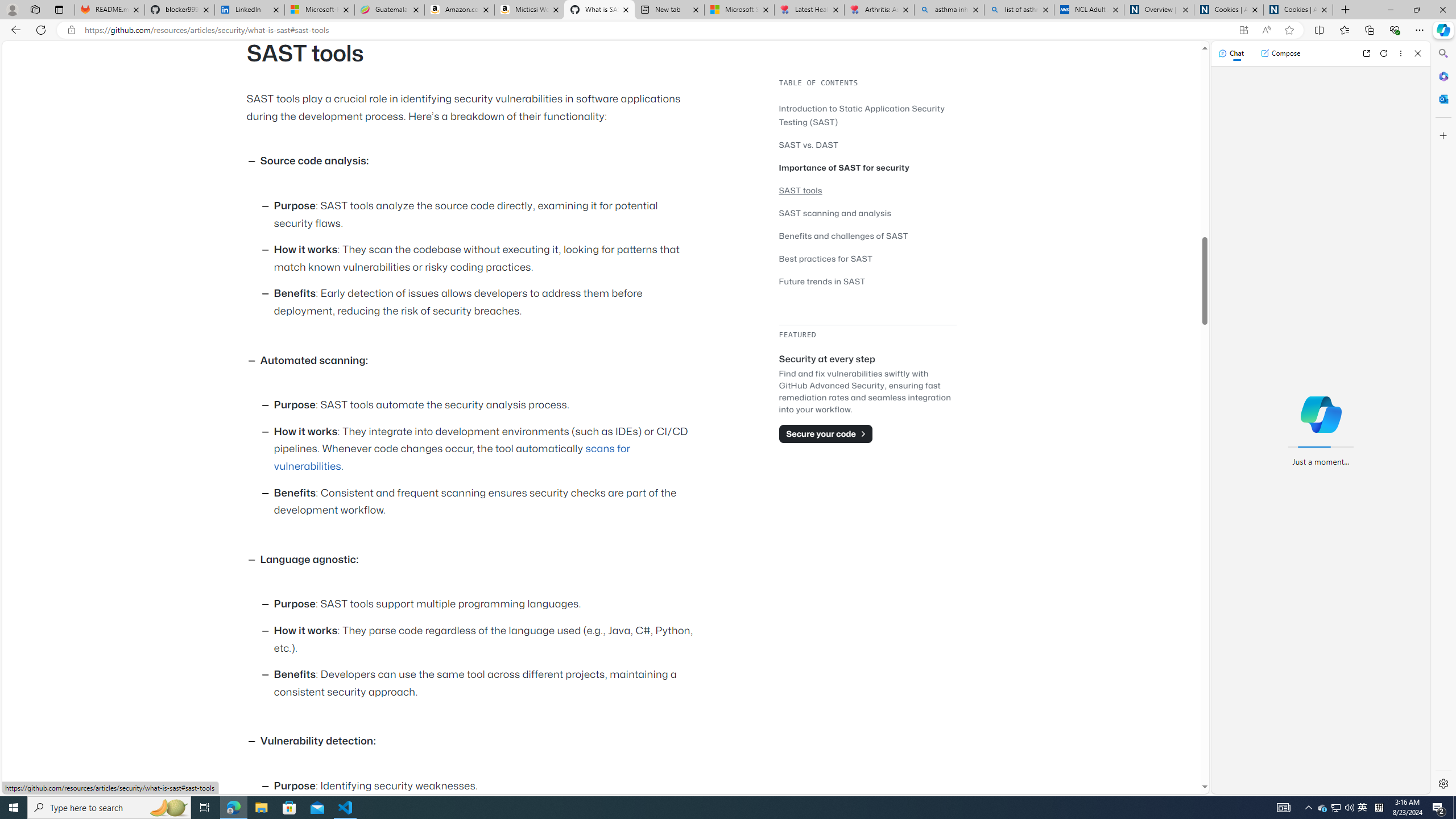  Describe the element at coordinates (486, 786) in the screenshot. I see `'Purpose: Identifying security weaknesses.'` at that location.